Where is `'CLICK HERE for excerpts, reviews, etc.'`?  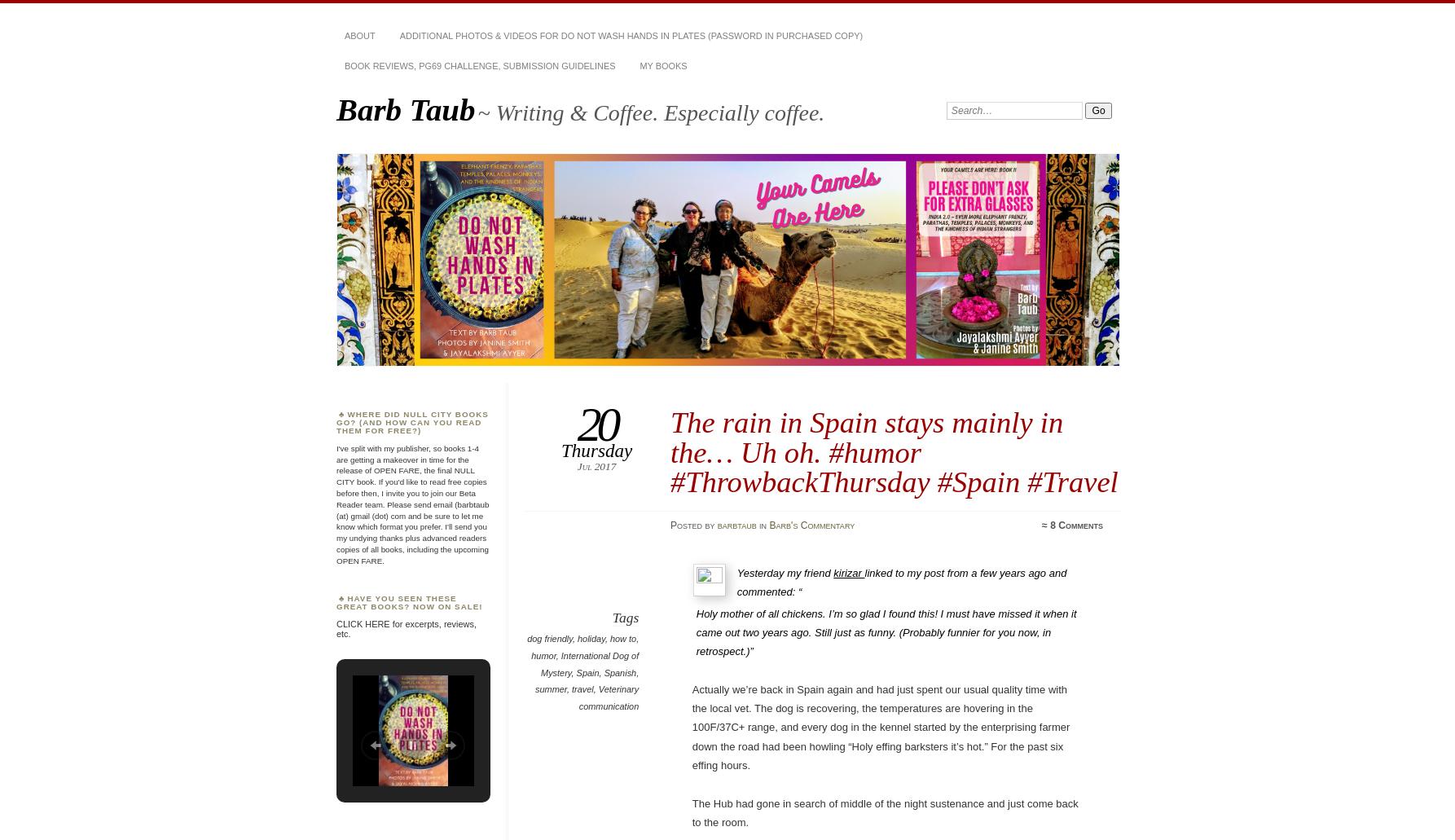 'CLICK HERE for excerpts, reviews, etc.' is located at coordinates (406, 628).